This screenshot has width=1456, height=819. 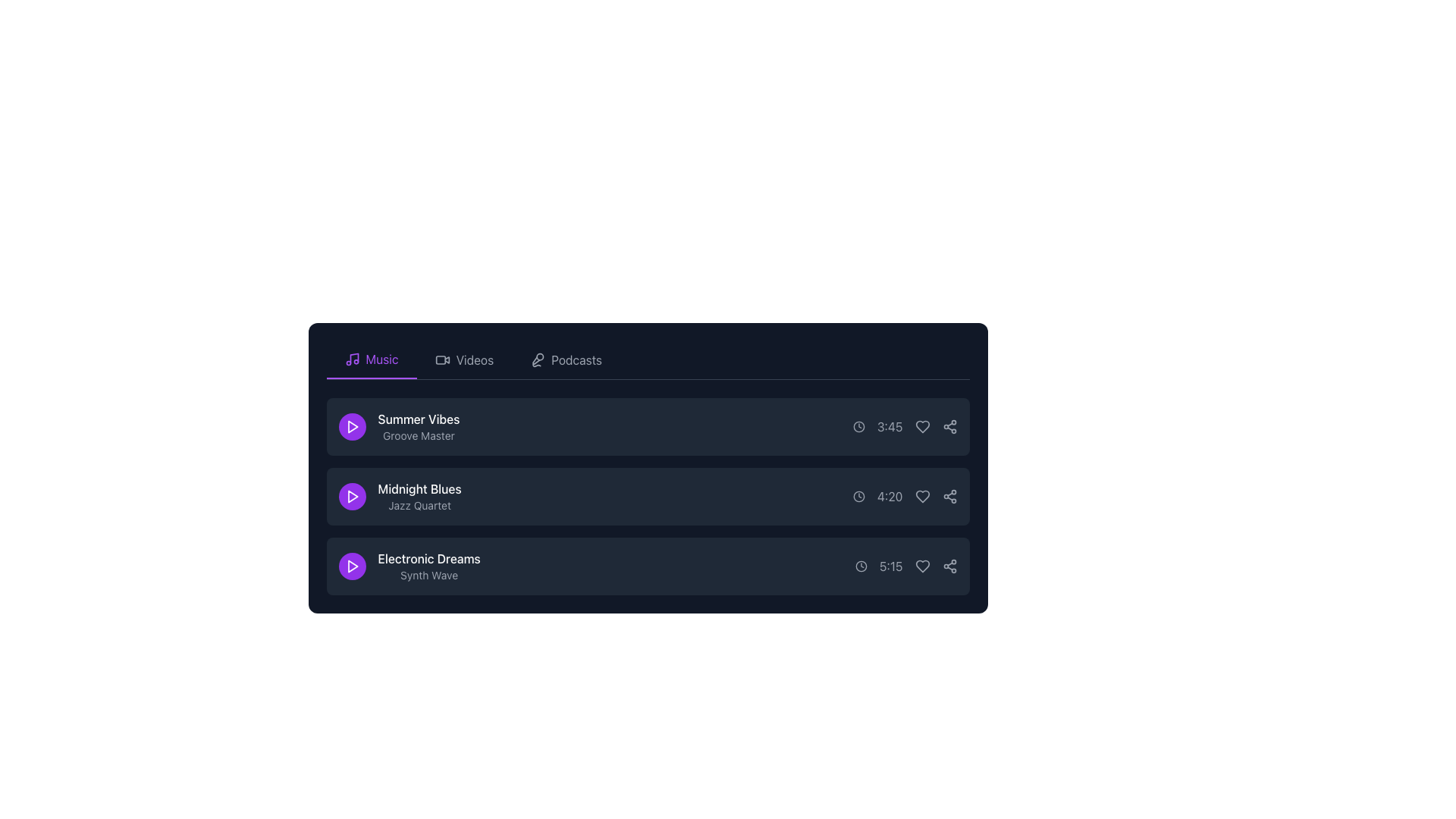 What do you see at coordinates (351, 497) in the screenshot?
I see `the play button located to the left of the 'Midnight Blues Jazz Quartet' text` at bounding box center [351, 497].